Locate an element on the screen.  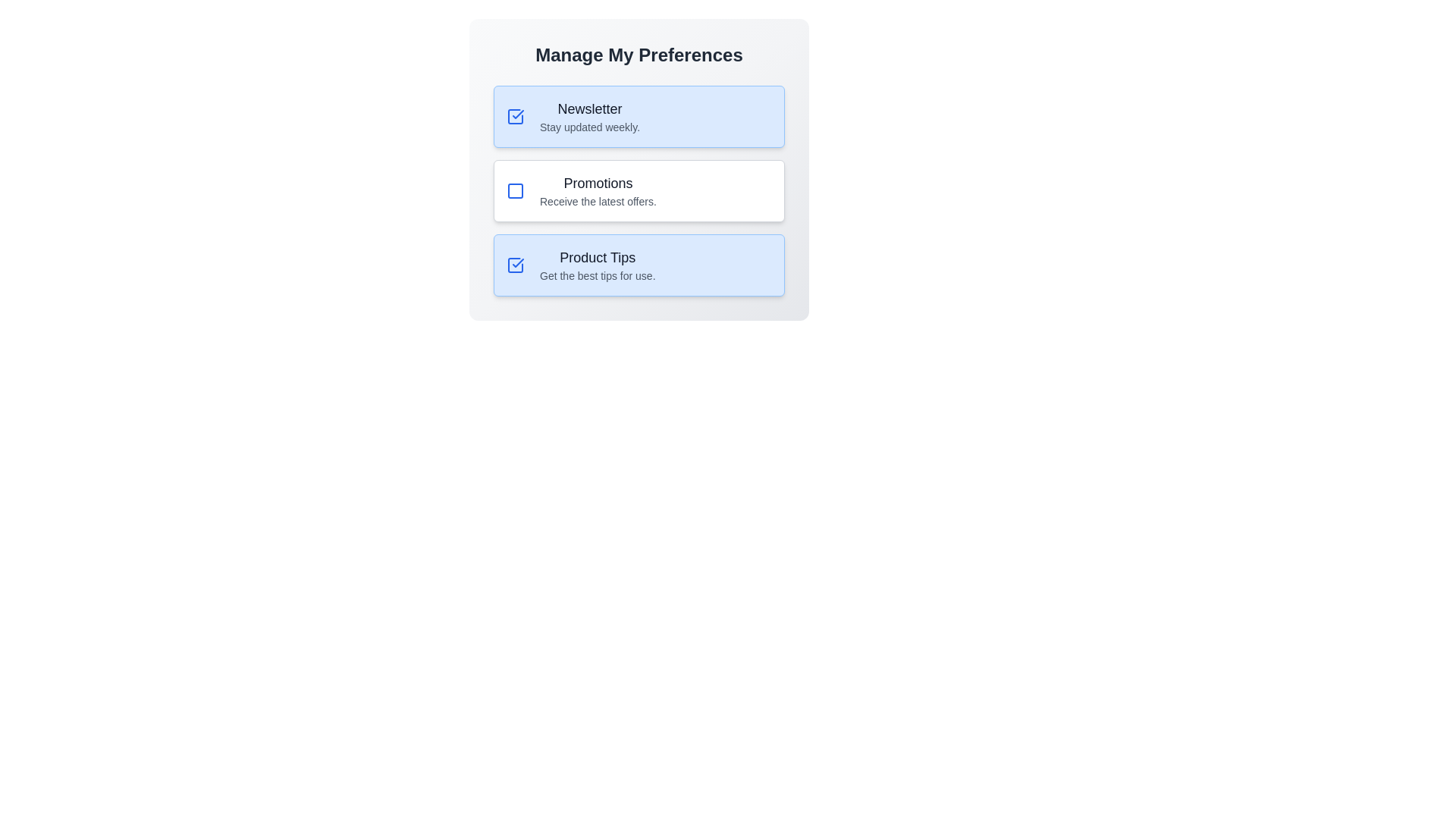
text element titled 'Newsletter' that describes its frequency as 'Stay updated weekly.' It is located near the top of the list under 'Manage My Preferences' is located at coordinates (588, 116).